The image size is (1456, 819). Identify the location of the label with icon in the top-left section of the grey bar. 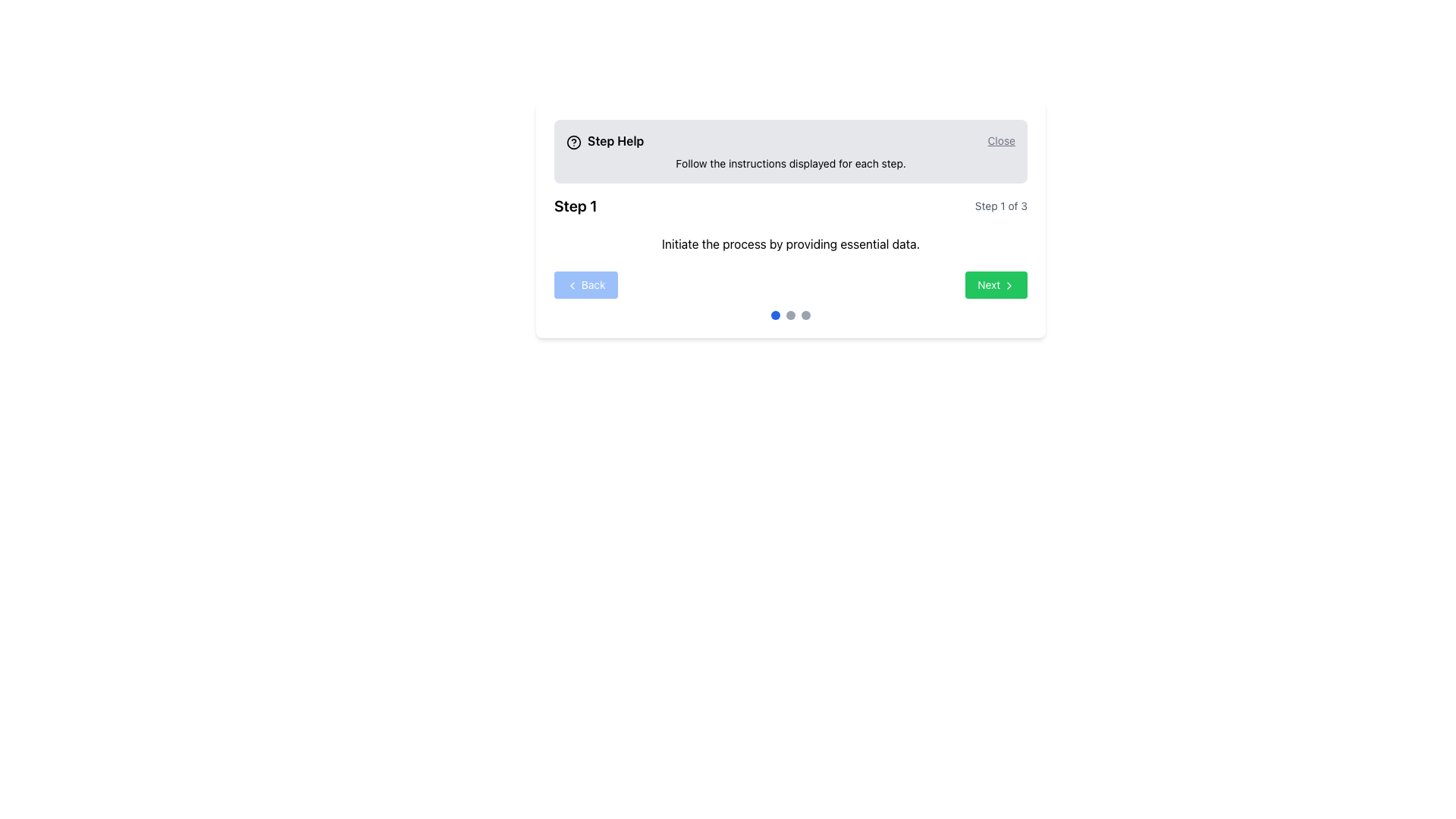
(604, 140).